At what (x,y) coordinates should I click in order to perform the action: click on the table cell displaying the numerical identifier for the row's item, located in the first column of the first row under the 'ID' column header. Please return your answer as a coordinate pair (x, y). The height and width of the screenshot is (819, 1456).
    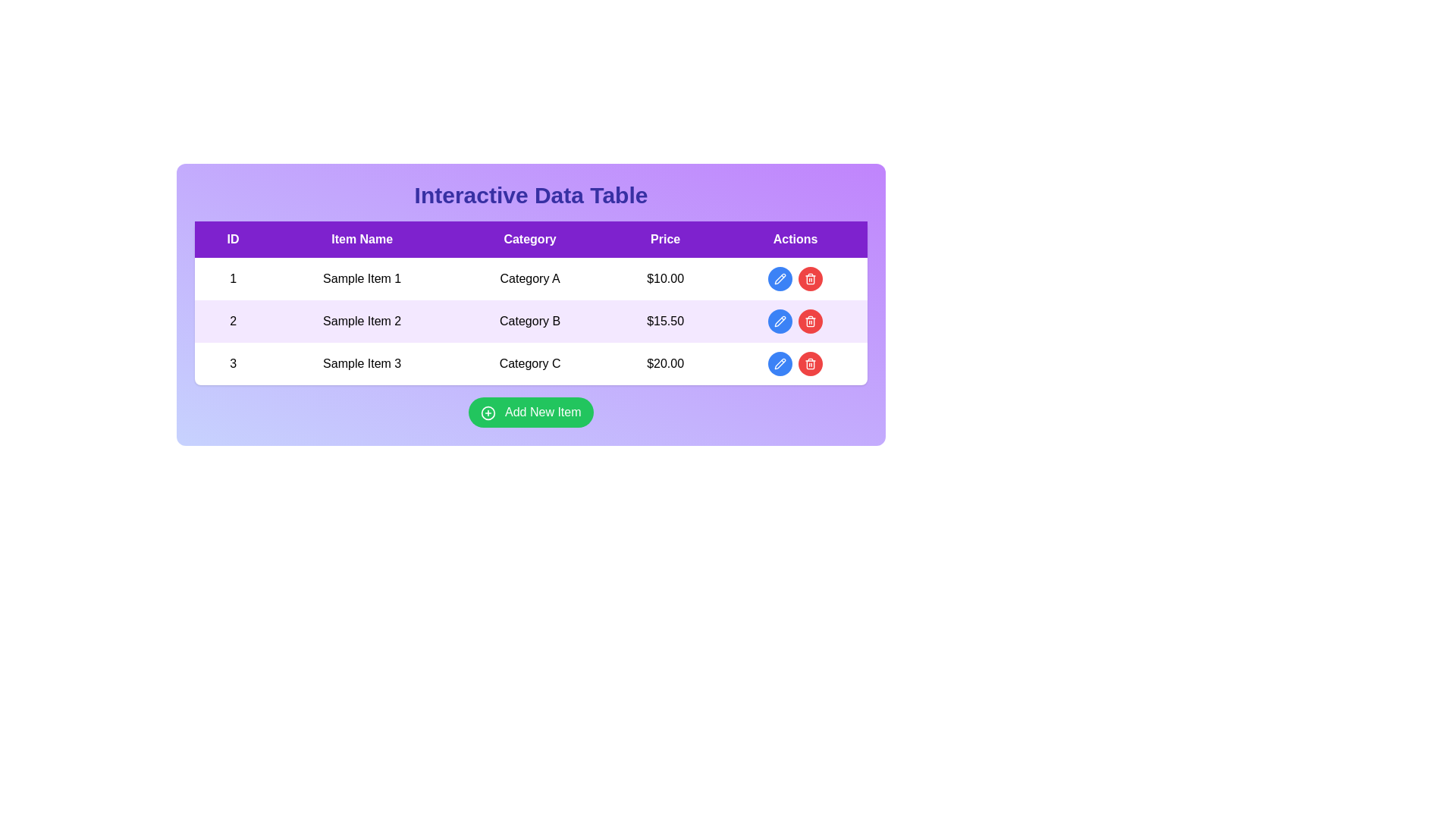
    Looking at the image, I should click on (232, 278).